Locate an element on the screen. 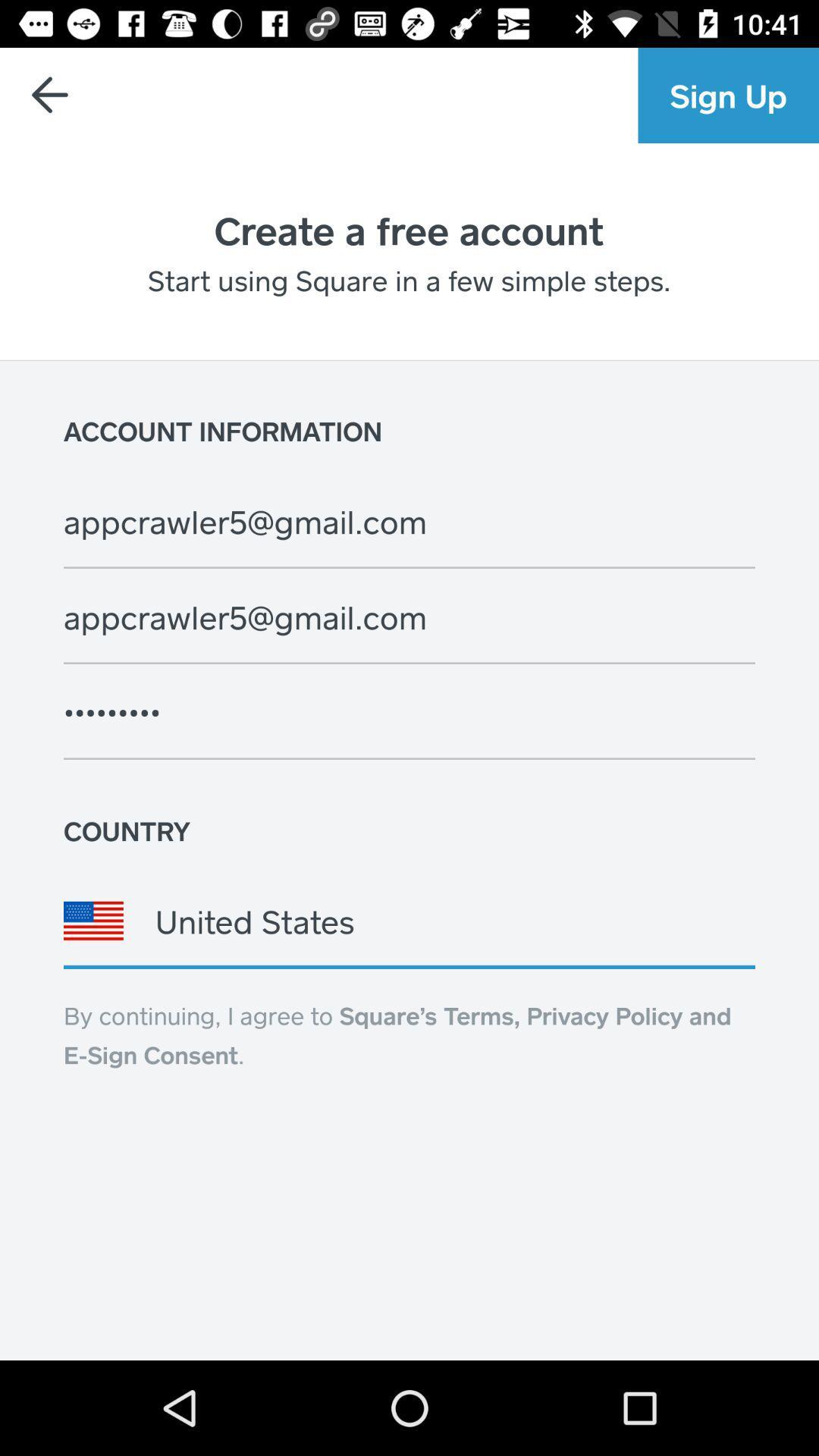  crowd3116 item is located at coordinates (409, 711).